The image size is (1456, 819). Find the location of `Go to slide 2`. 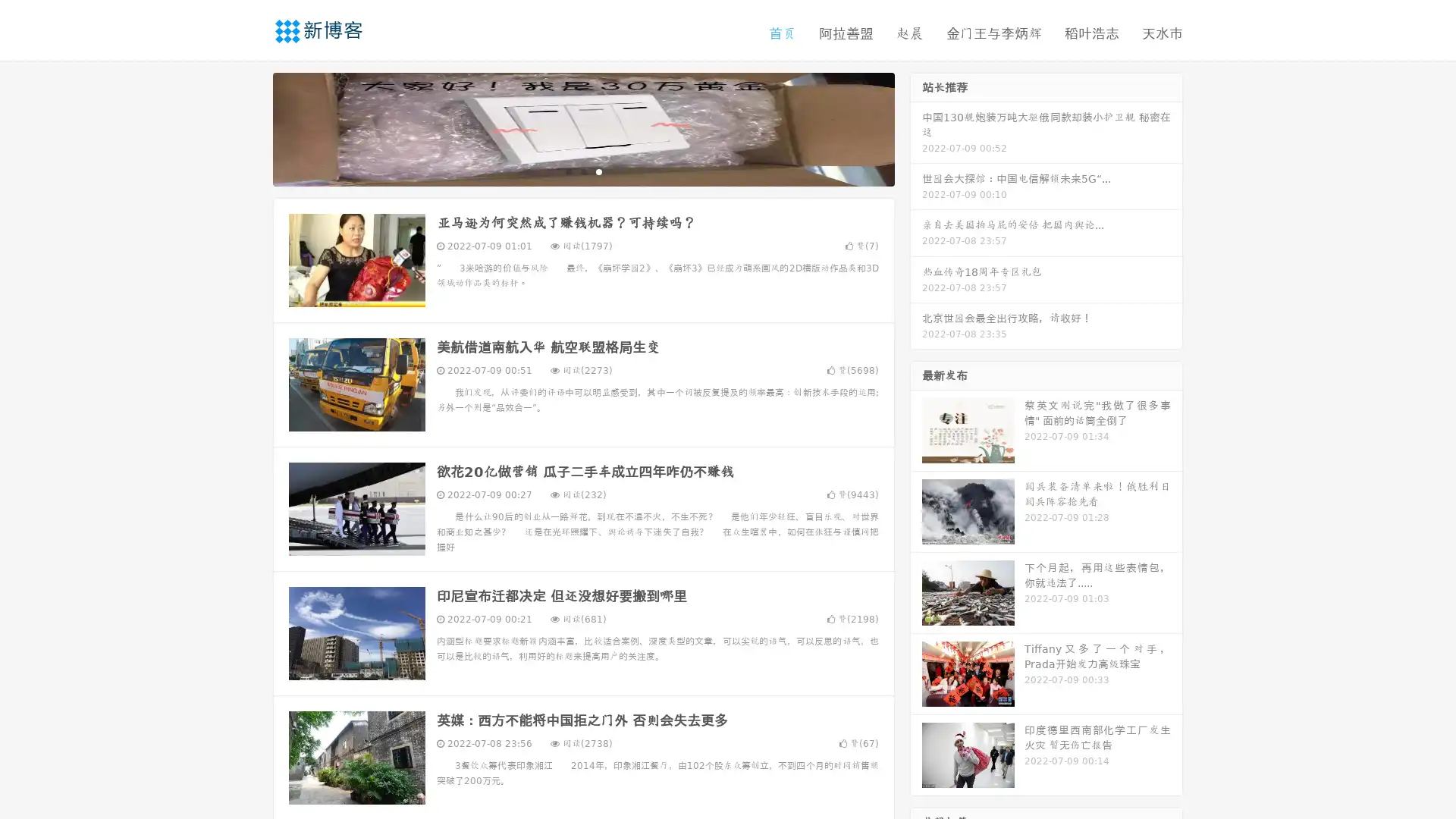

Go to slide 2 is located at coordinates (582, 171).